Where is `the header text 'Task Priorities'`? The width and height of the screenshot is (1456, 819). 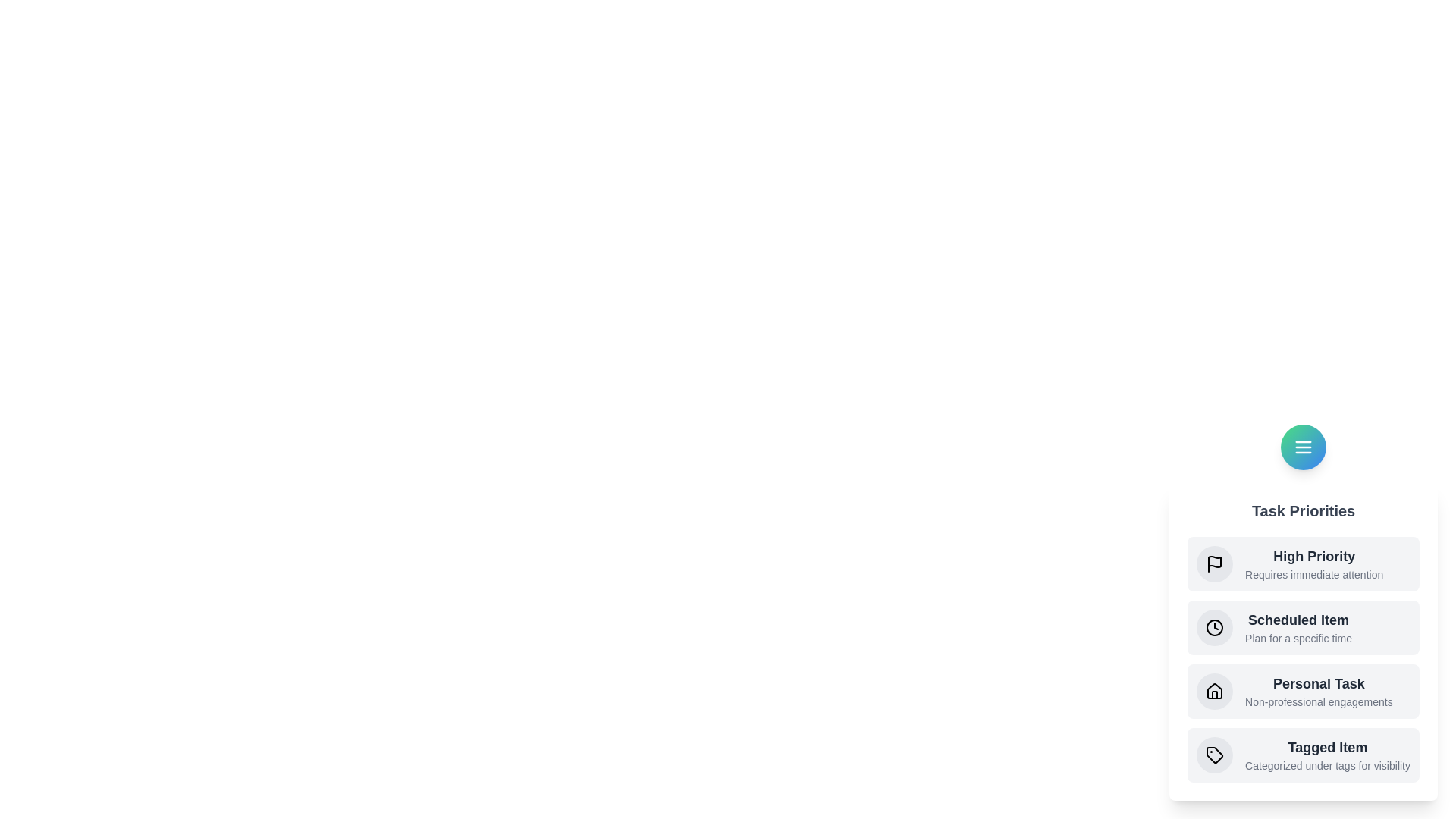
the header text 'Task Priorities' is located at coordinates (1302, 511).